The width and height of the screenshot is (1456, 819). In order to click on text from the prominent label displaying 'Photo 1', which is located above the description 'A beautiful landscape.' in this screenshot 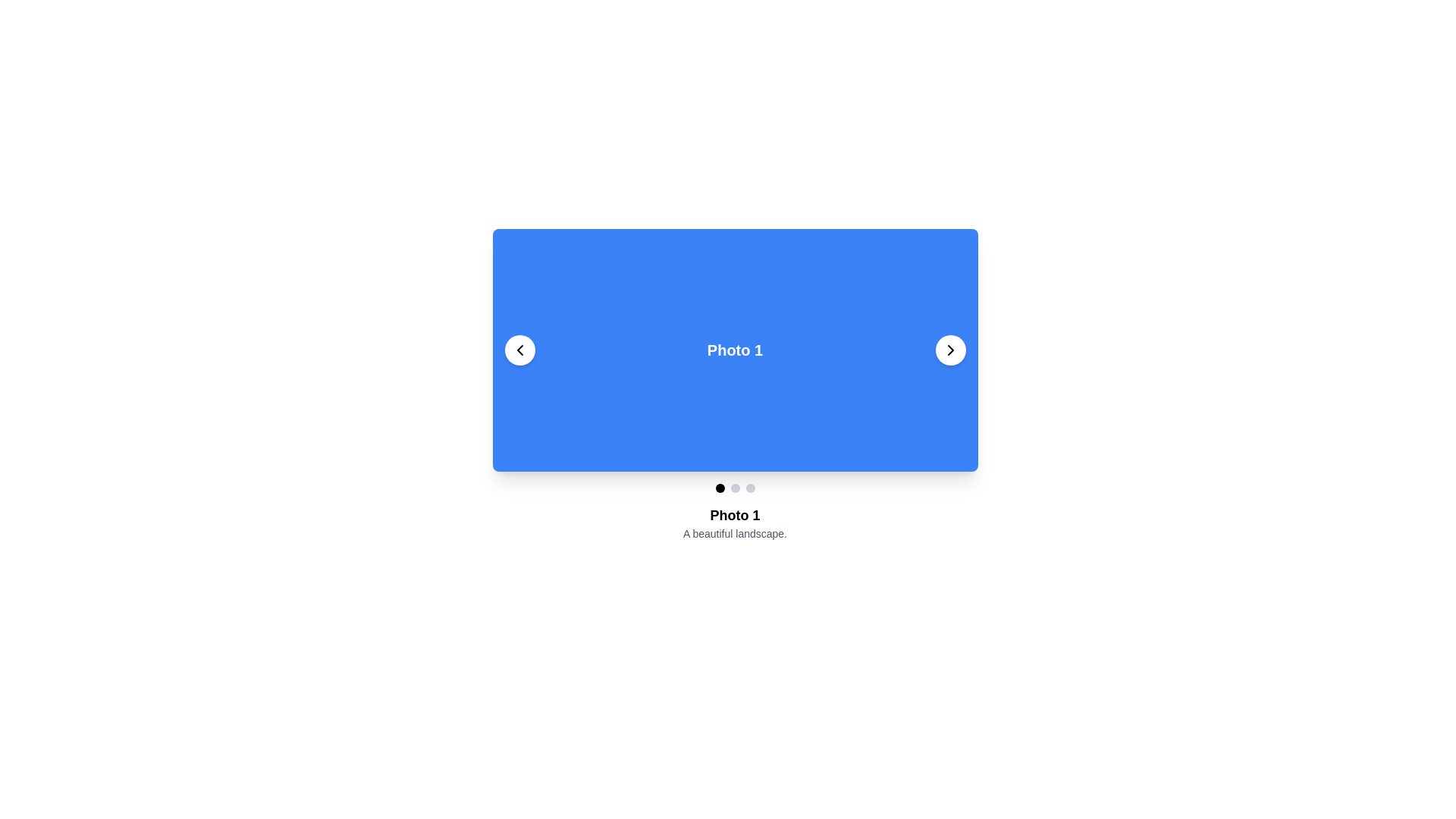, I will do `click(735, 514)`.